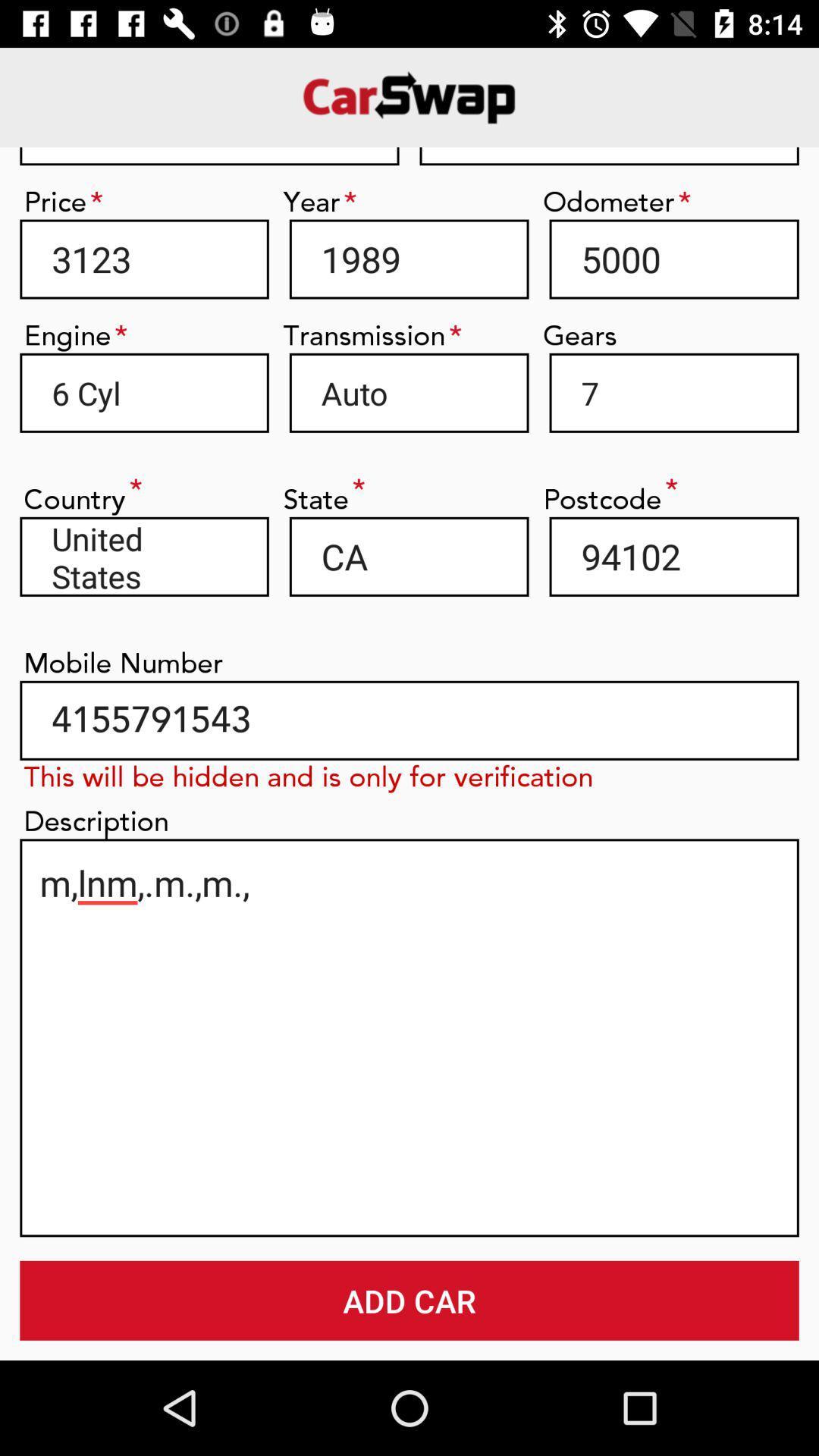 This screenshot has width=819, height=1456. What do you see at coordinates (673, 259) in the screenshot?
I see `item to the right of the 1989` at bounding box center [673, 259].